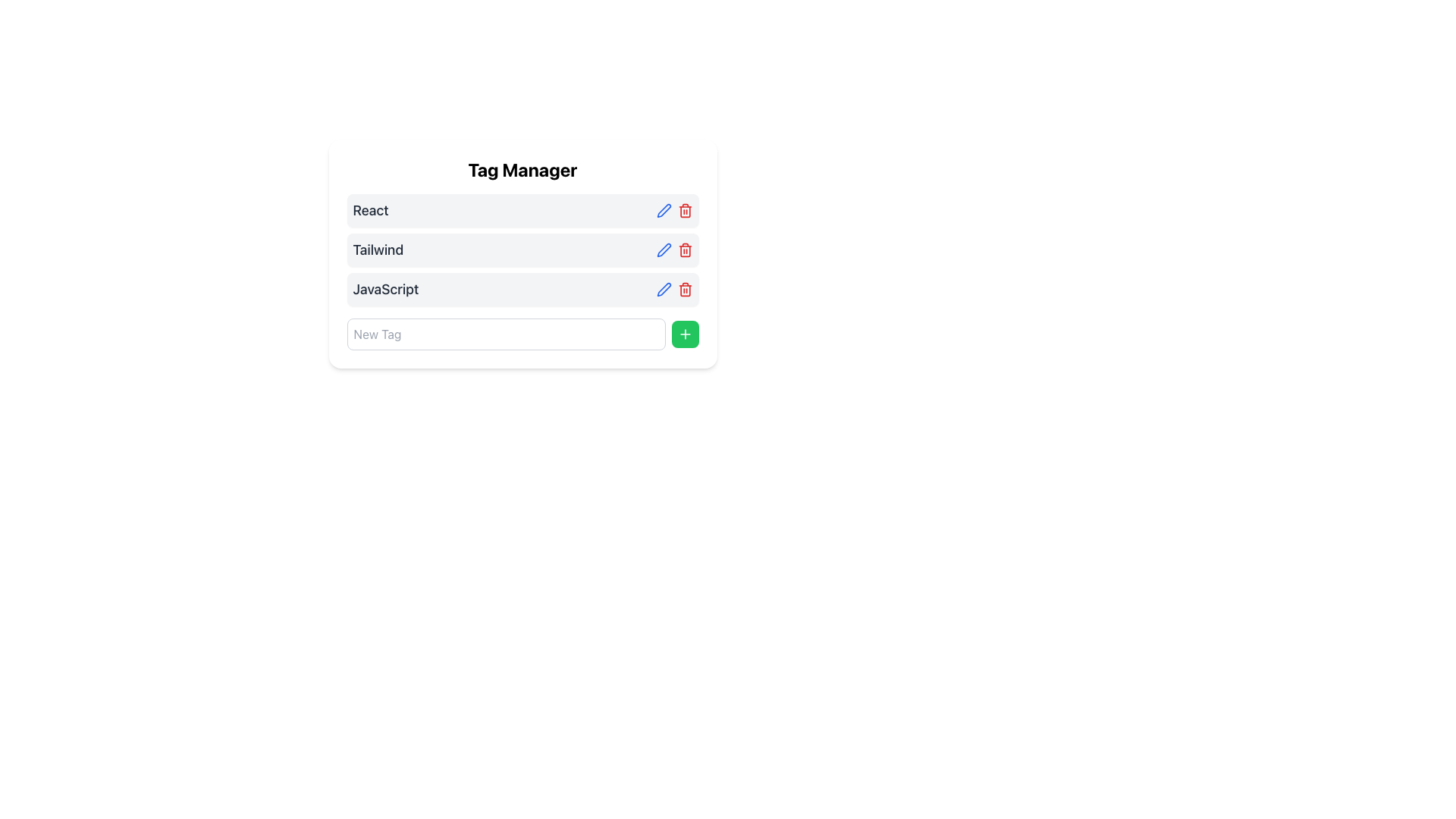  What do you see at coordinates (664, 289) in the screenshot?
I see `the pen icon button located to the right side of the third row, adjacent to the 'JavaScript' tag` at bounding box center [664, 289].